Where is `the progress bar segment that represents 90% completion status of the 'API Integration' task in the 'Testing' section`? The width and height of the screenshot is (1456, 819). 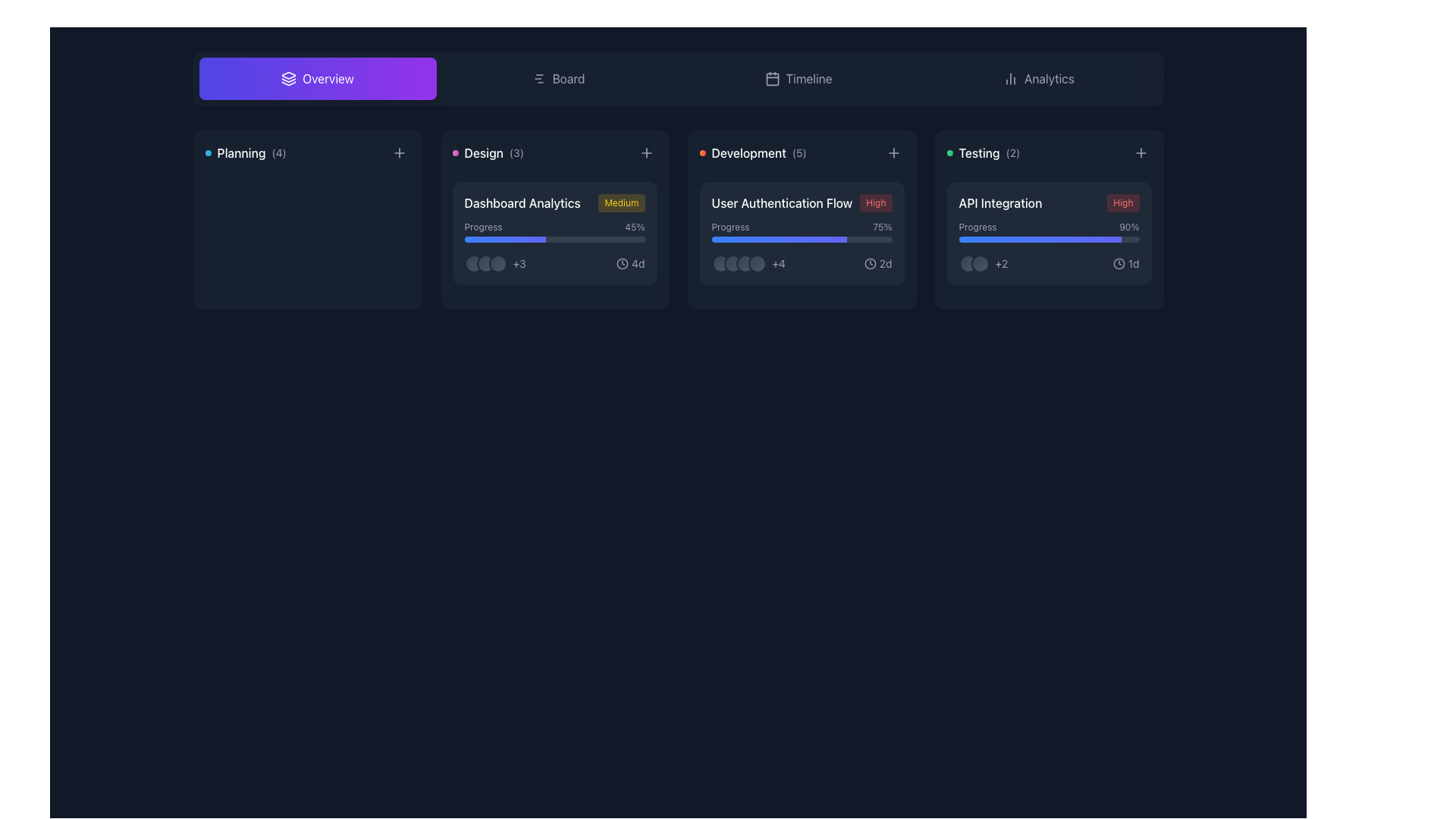 the progress bar segment that represents 90% completion status of the 'API Integration' task in the 'Testing' section is located at coordinates (1039, 239).